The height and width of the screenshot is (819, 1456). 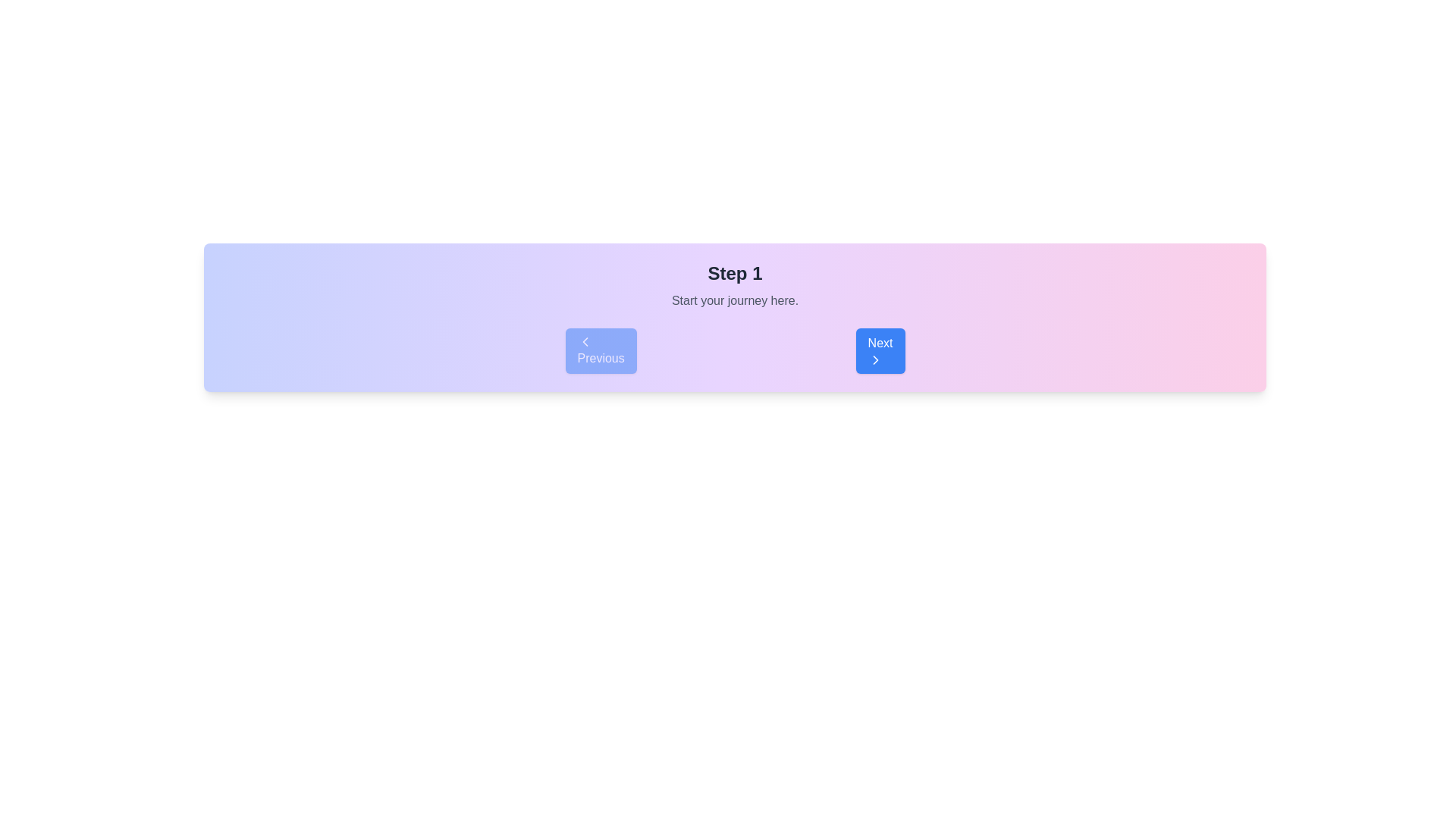 I want to click on the rightward-facing chevron arrow icon of the 'Next' button, so click(x=875, y=359).